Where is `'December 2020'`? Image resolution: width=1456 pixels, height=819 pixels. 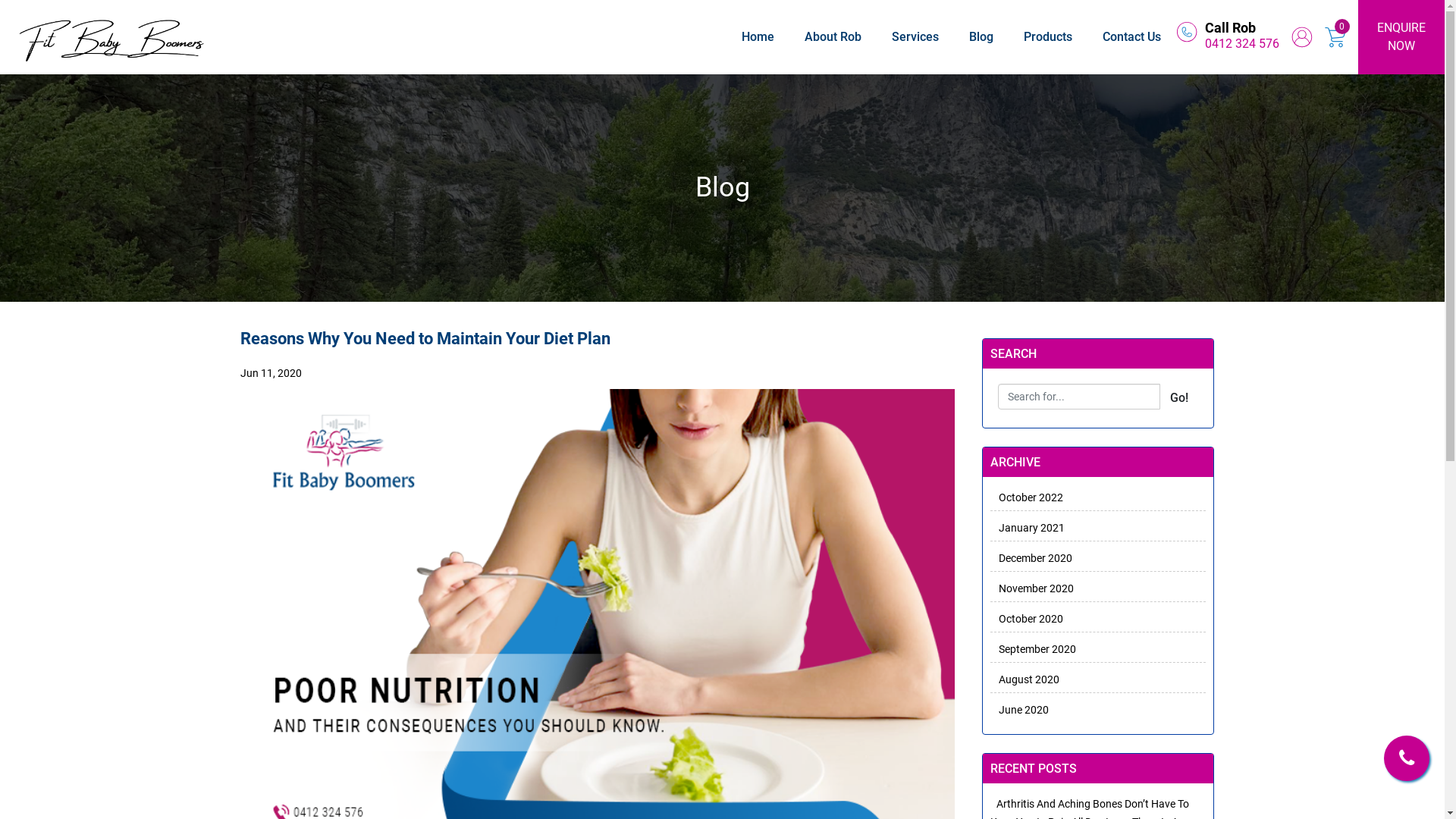 'December 2020' is located at coordinates (1031, 558).